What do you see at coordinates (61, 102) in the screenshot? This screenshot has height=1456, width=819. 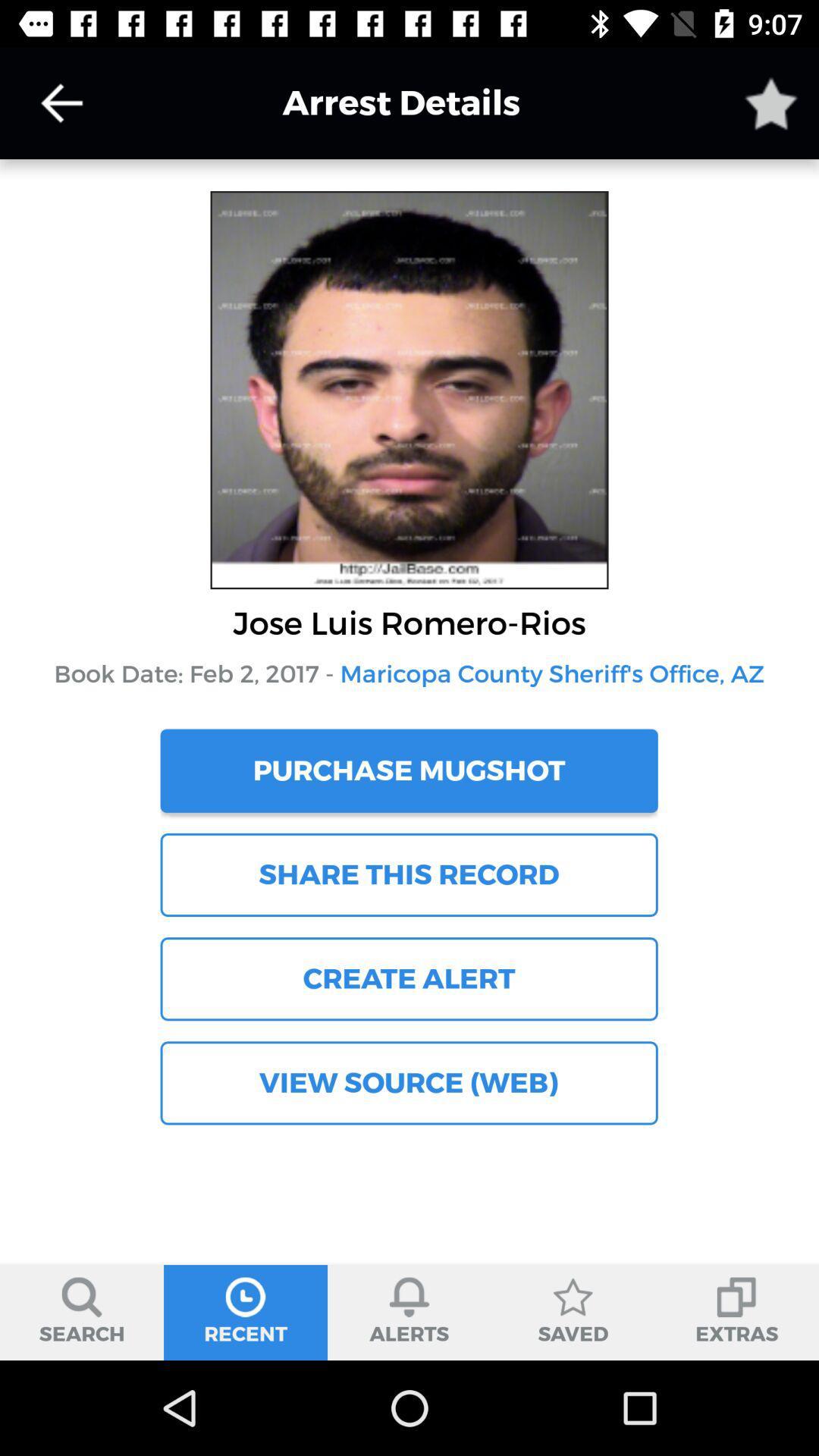 I see `go back` at bounding box center [61, 102].